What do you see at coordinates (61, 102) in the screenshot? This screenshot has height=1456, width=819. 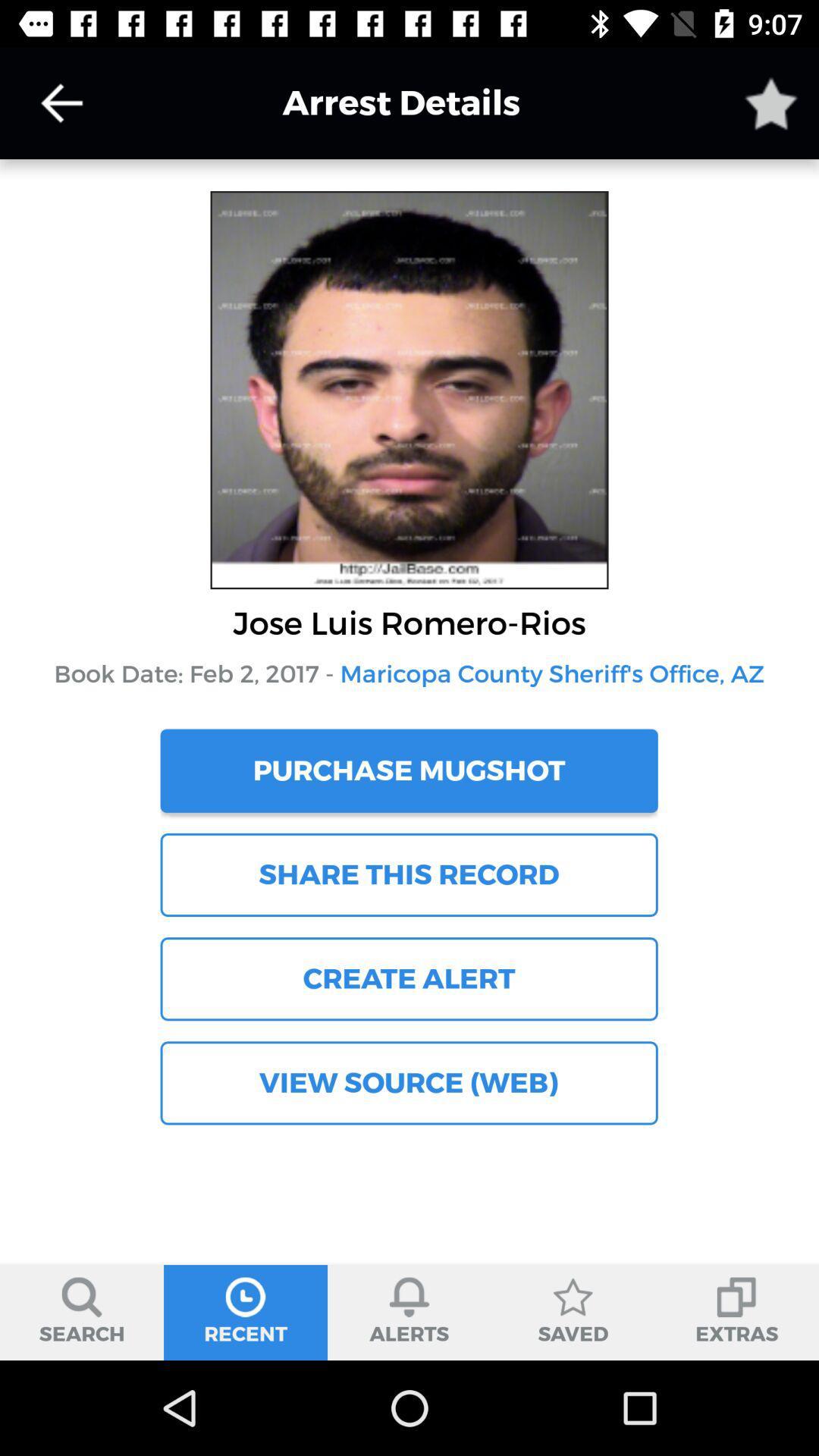 I see `go back` at bounding box center [61, 102].